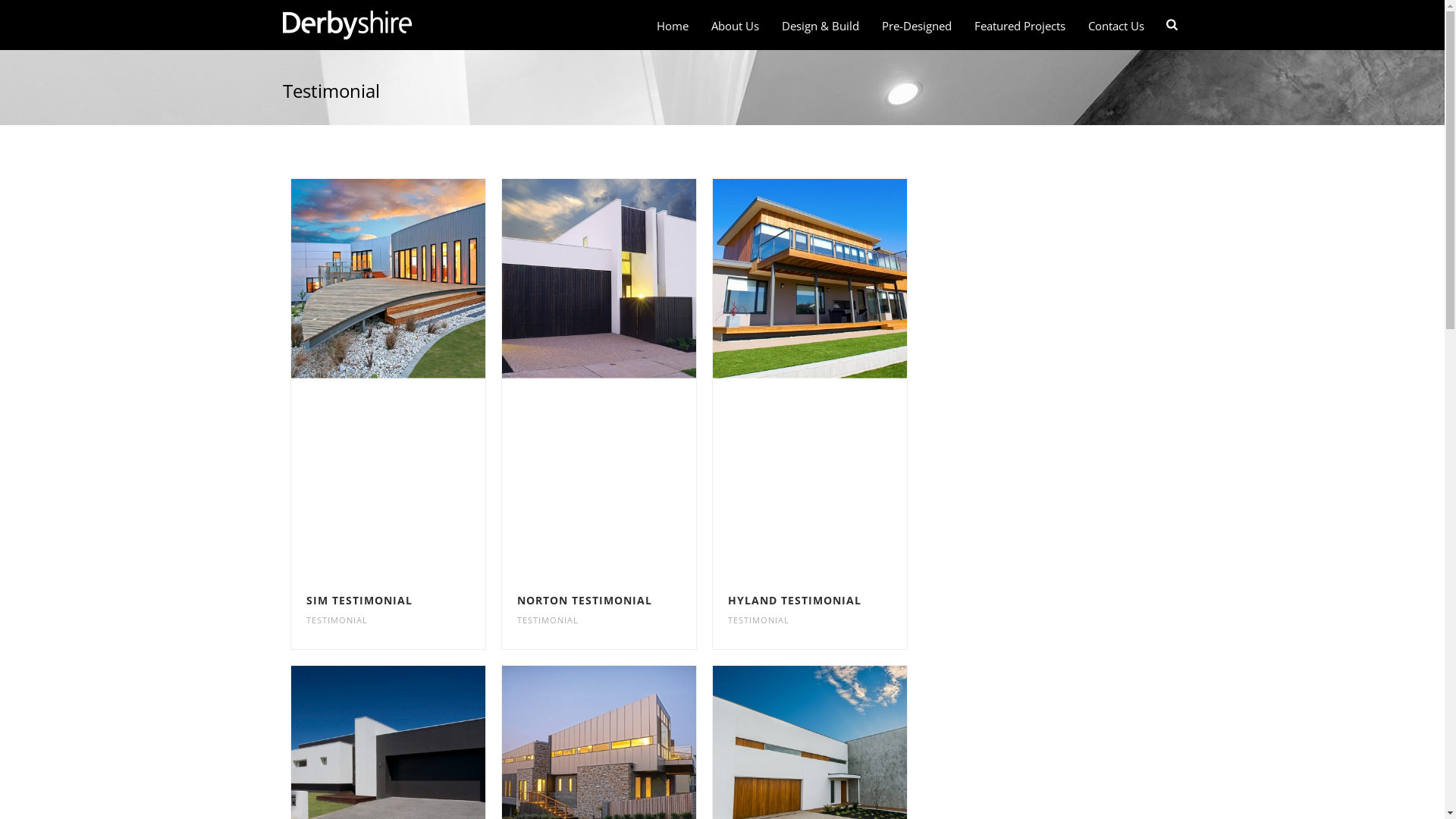 This screenshot has width=1456, height=819. What do you see at coordinates (345, 25) in the screenshot?
I see `'Architecturally design and builder of luxury homes'` at bounding box center [345, 25].